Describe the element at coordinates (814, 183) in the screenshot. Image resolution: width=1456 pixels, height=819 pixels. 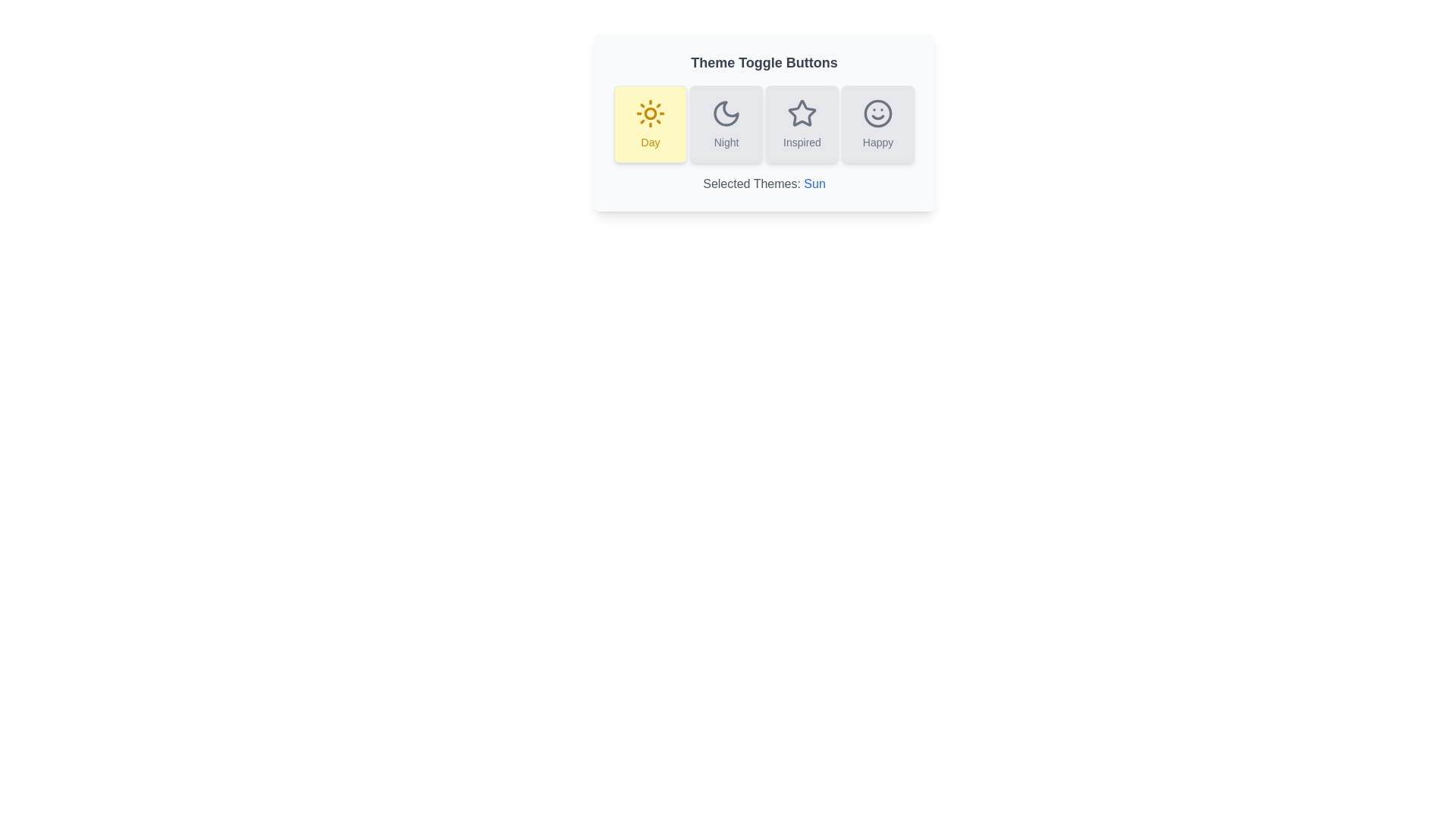
I see `the Text Label displaying the selected theme 'Sun' located within the statement 'Selected Themes: Sun' near the bottom section of the interface` at that location.